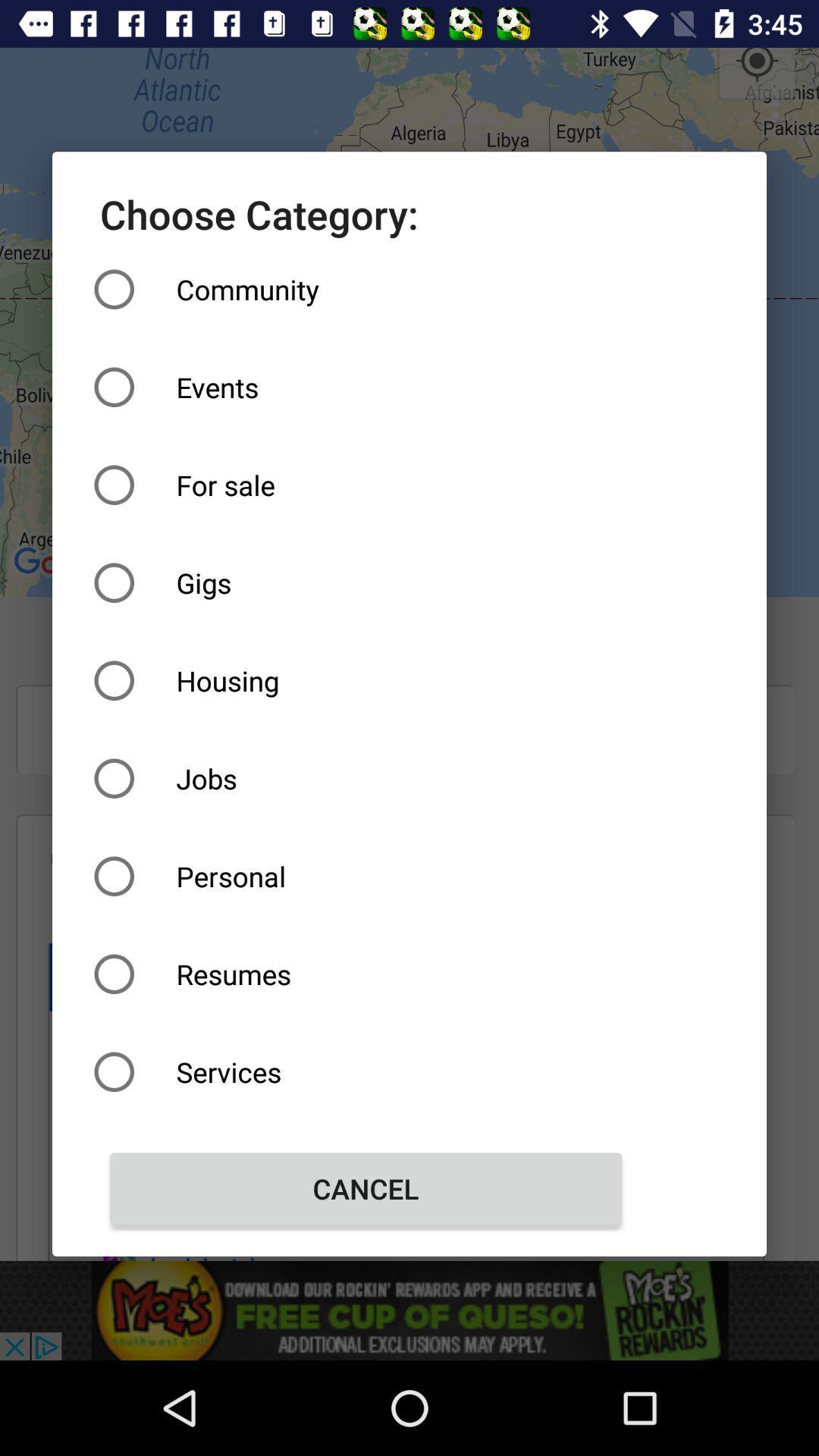 The image size is (819, 1456). Describe the element at coordinates (366, 289) in the screenshot. I see `icon above the events item` at that location.